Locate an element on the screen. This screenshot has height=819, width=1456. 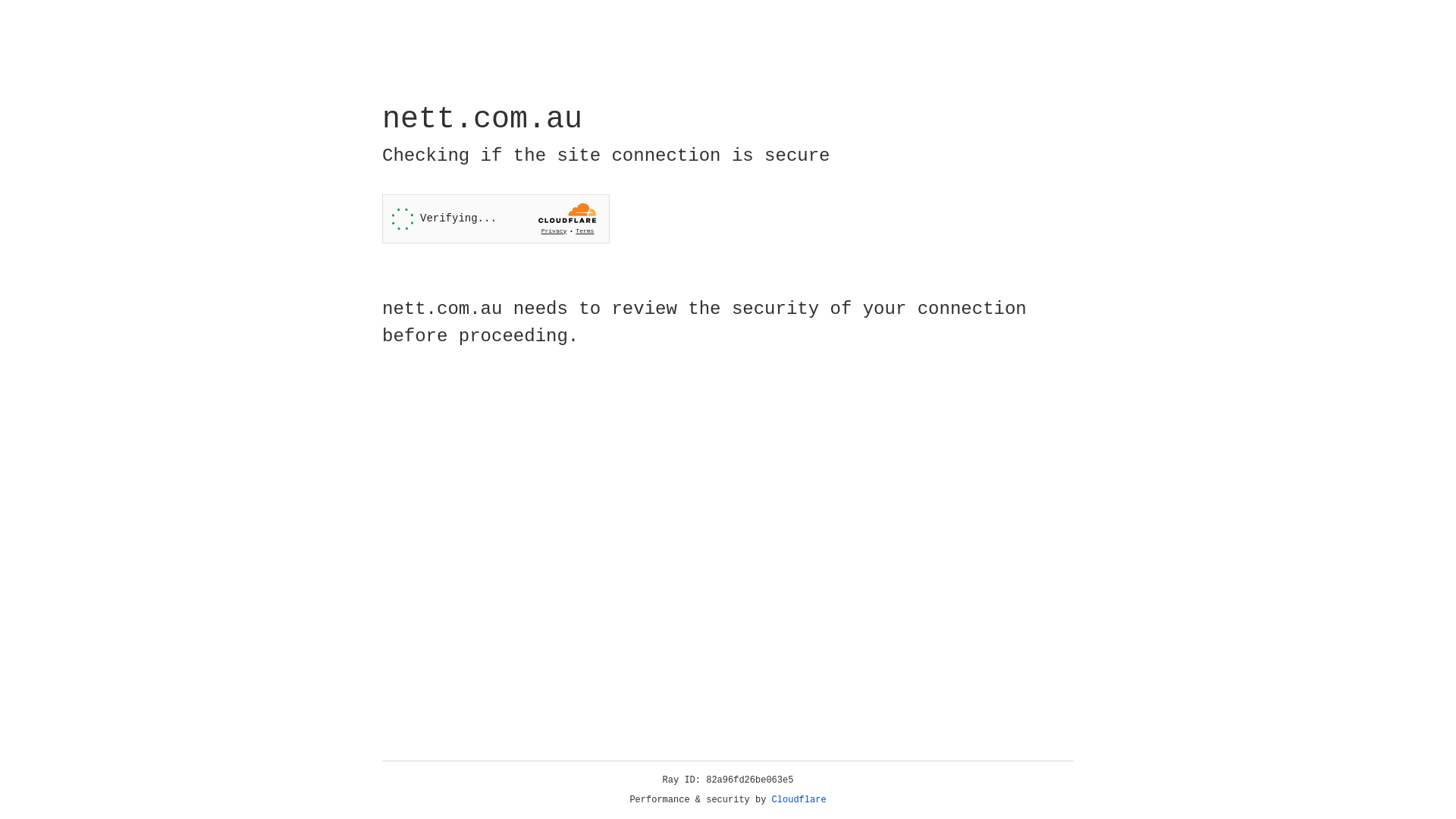
'Cloudflare' is located at coordinates (799, 799).